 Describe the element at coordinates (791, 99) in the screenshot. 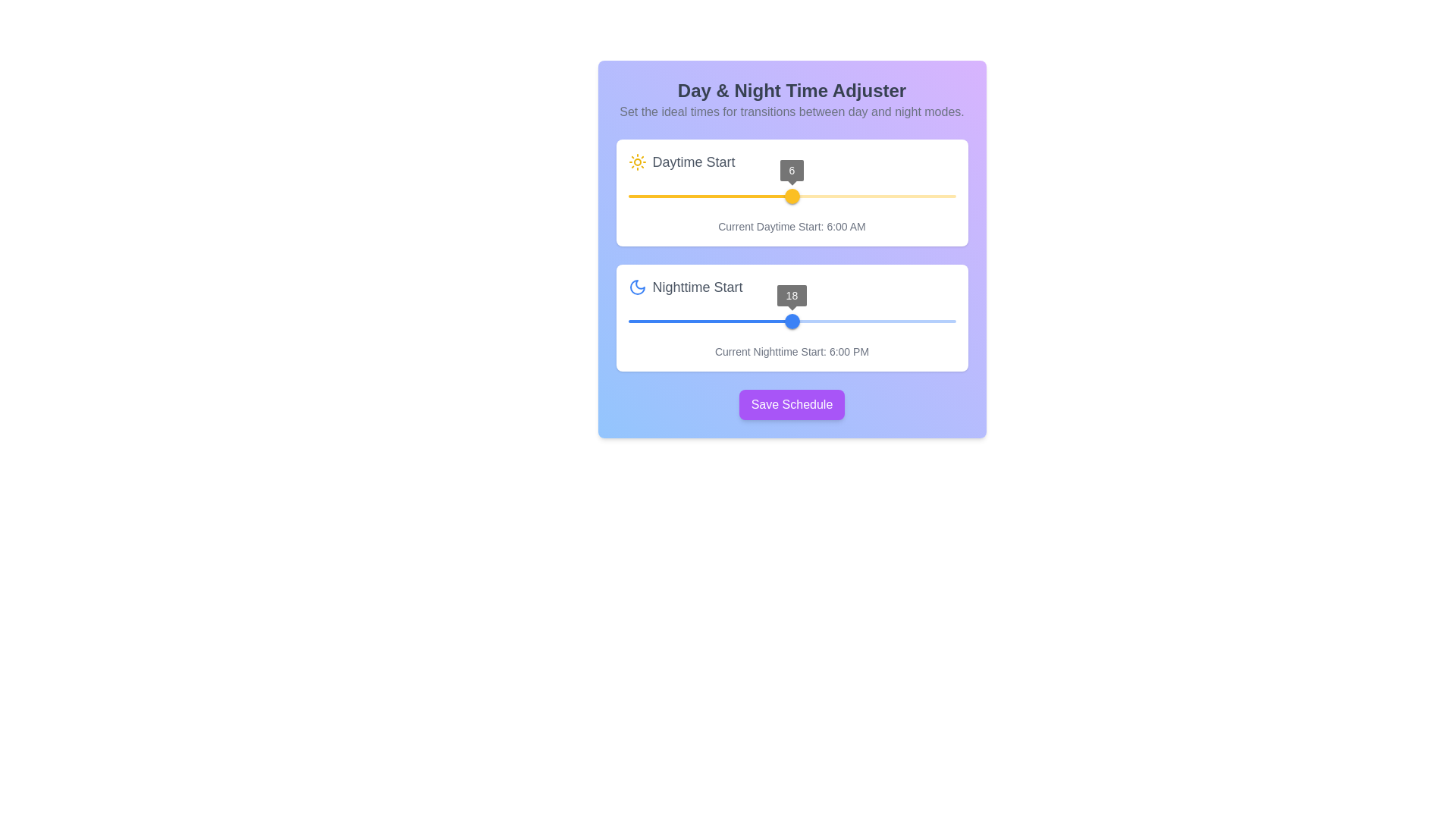

I see `'Day & Night Time Adjuster' text header and its subtitle to understand the section's purpose` at that location.